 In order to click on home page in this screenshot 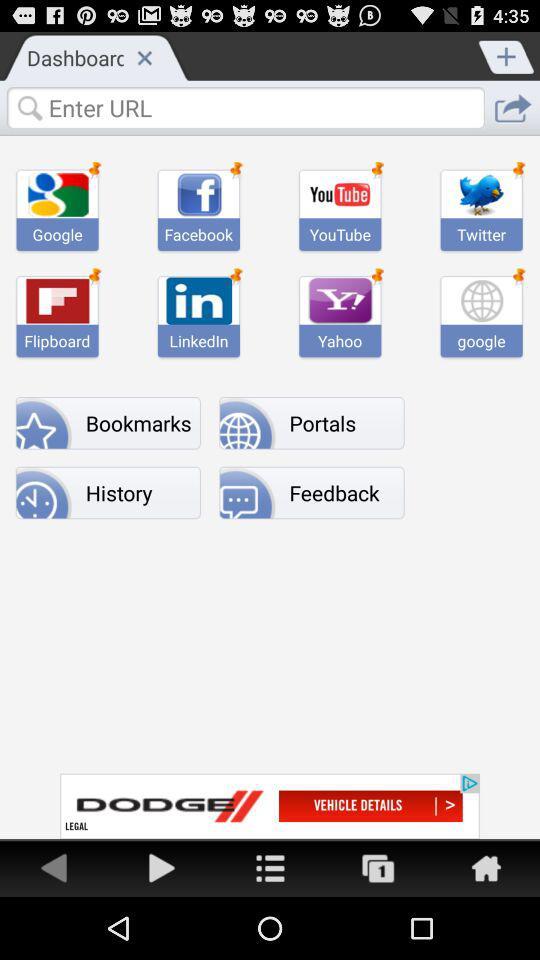, I will do `click(270, 866)`.